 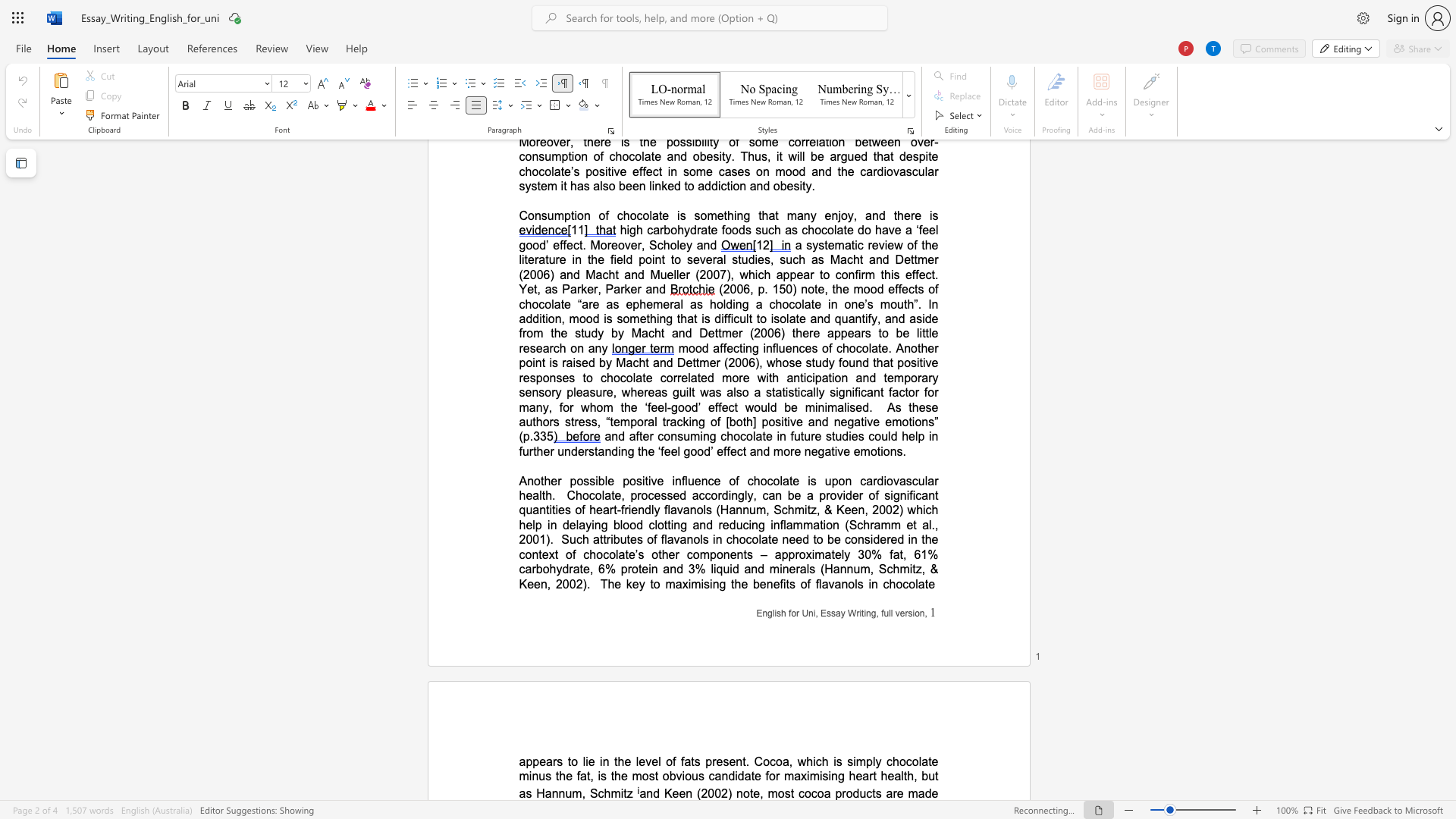 I want to click on the space between the continuous character "i" and "d" in the text, so click(x=739, y=776).